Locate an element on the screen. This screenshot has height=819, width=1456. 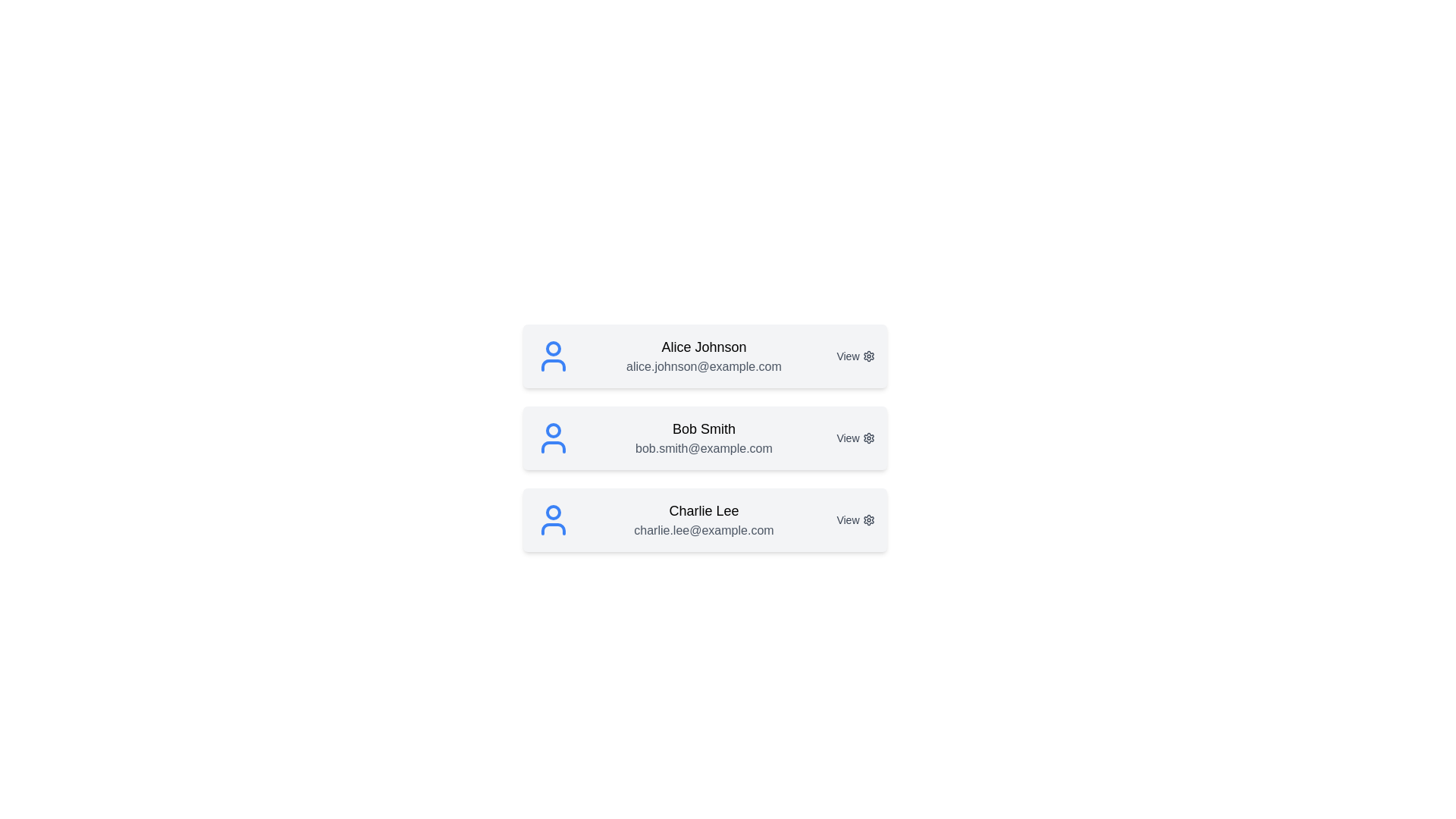
the user/profile representation icon, which is a circular blue icon with a user silhouette, located in the leftmost position of the user information block for 'Bob Smith' is located at coordinates (552, 438).